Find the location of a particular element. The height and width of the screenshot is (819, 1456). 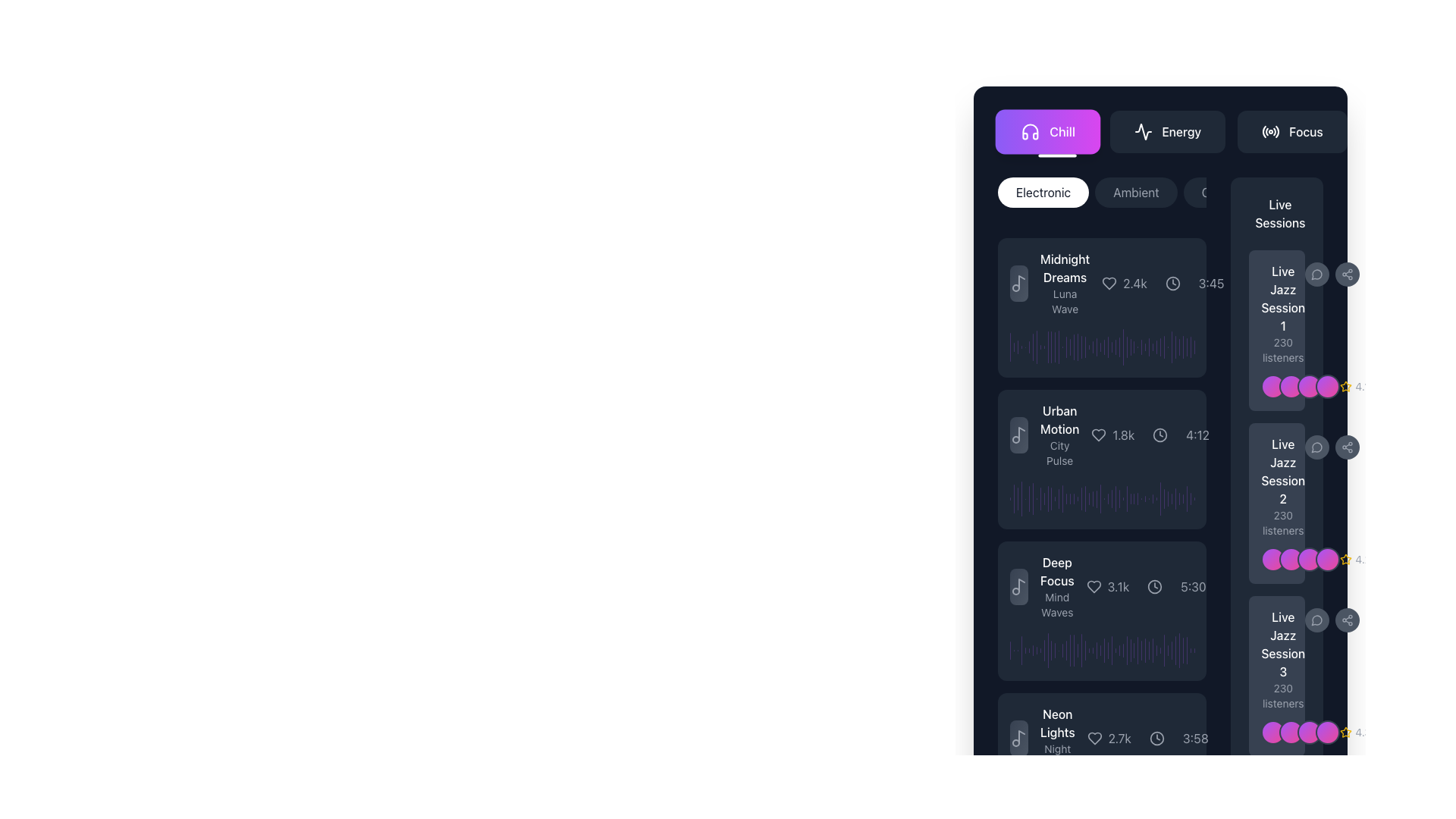

the first circular graphic element with a gradient color transitioning from purple to pink, surrounded by a gray border, located in a horizontal row of identical elements next to the music session card is located at coordinates (1273, 385).